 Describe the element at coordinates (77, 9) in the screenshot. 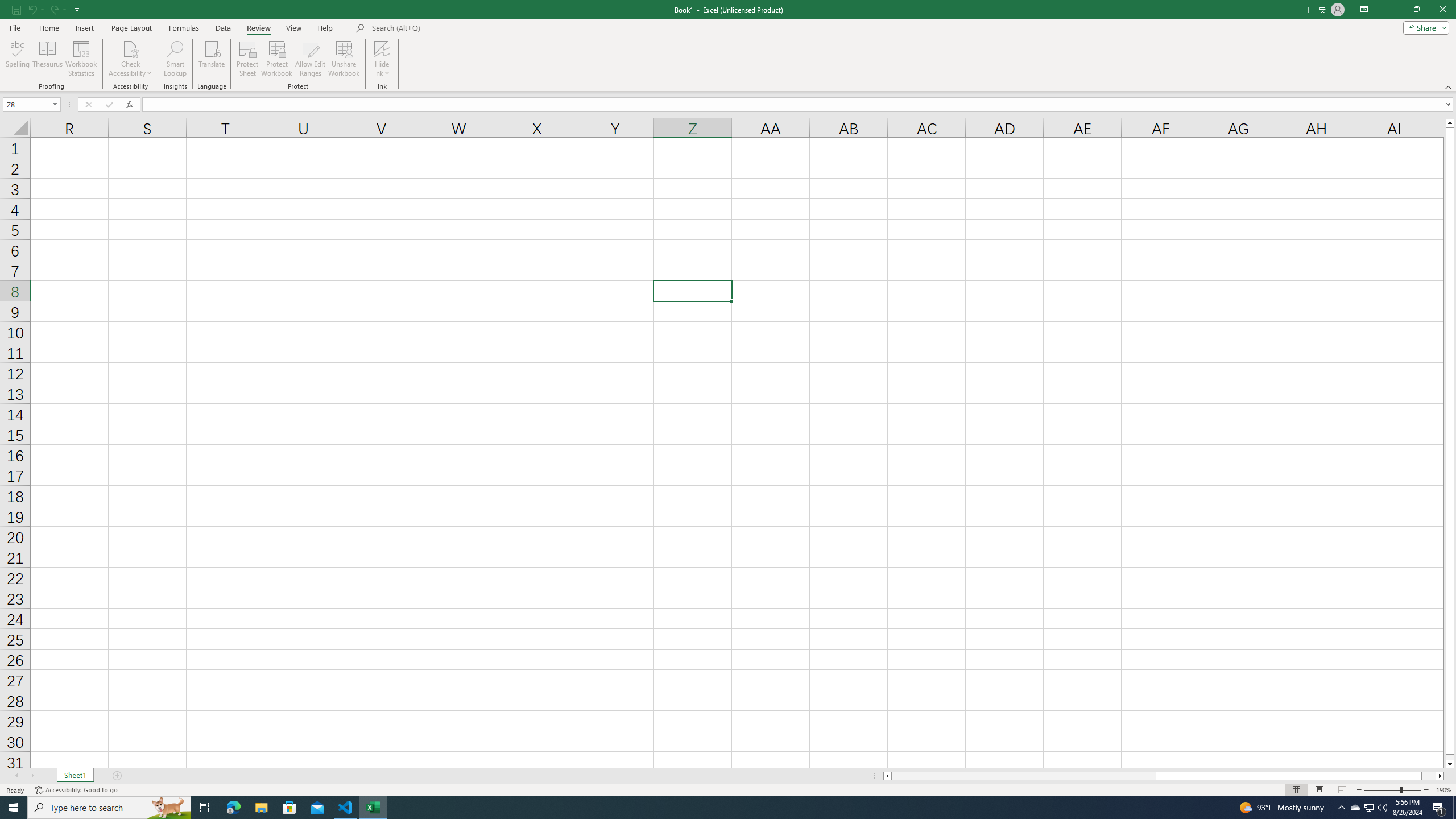

I see `'Customize Quick Access Toolbar'` at that location.